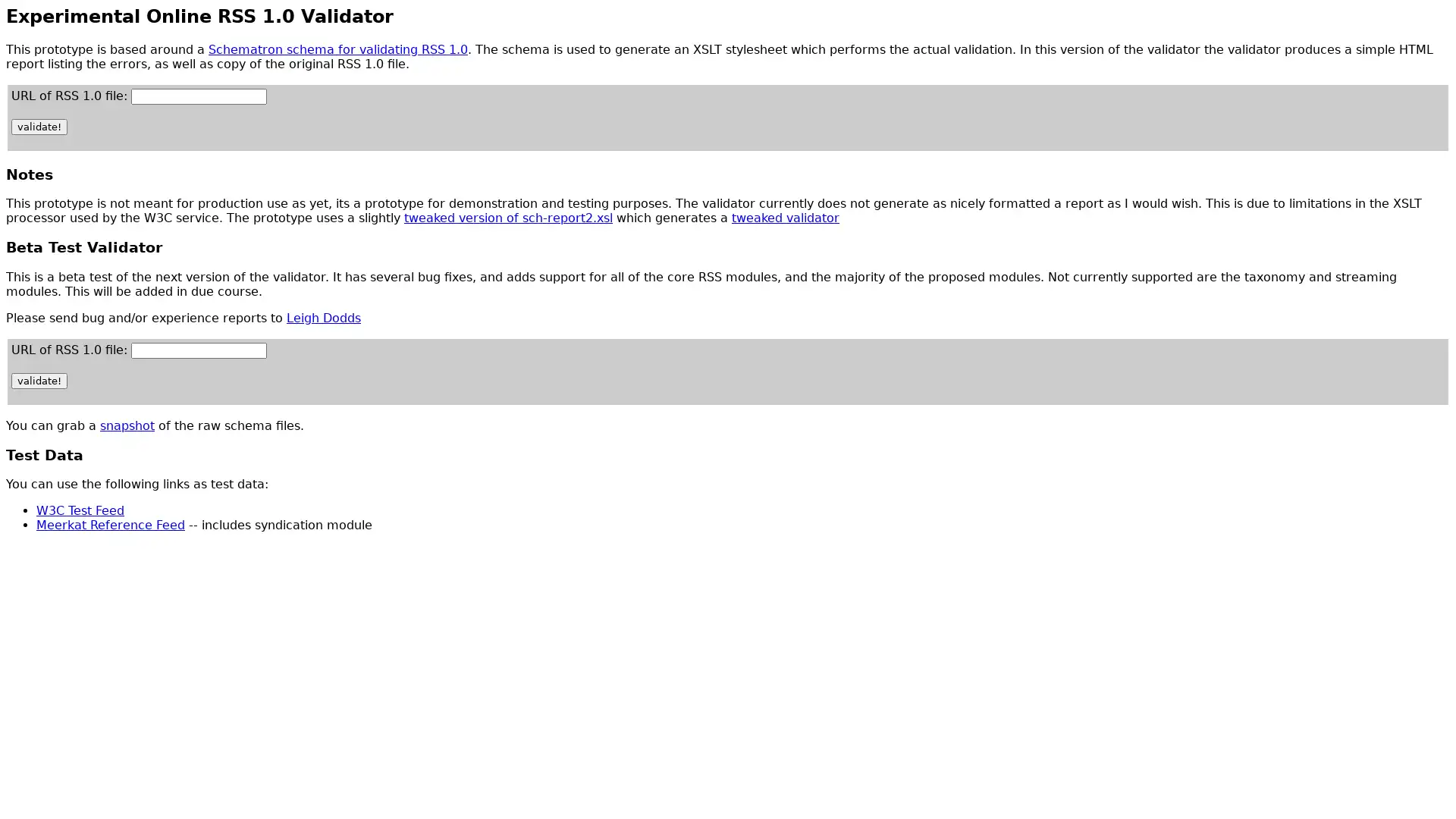  I want to click on validate!, so click(39, 379).